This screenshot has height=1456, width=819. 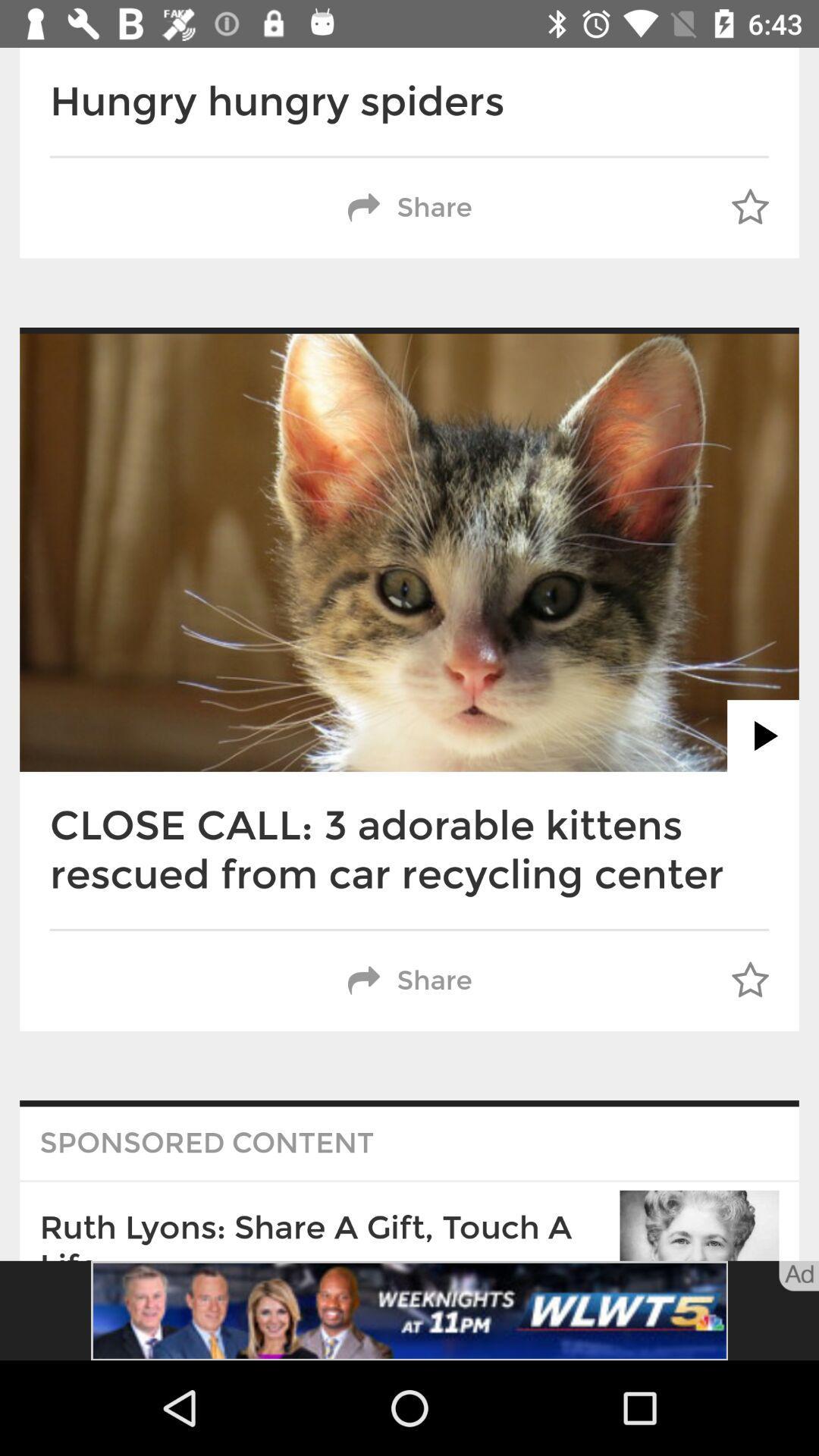 What do you see at coordinates (409, 1310) in the screenshot?
I see `the advertisement` at bounding box center [409, 1310].